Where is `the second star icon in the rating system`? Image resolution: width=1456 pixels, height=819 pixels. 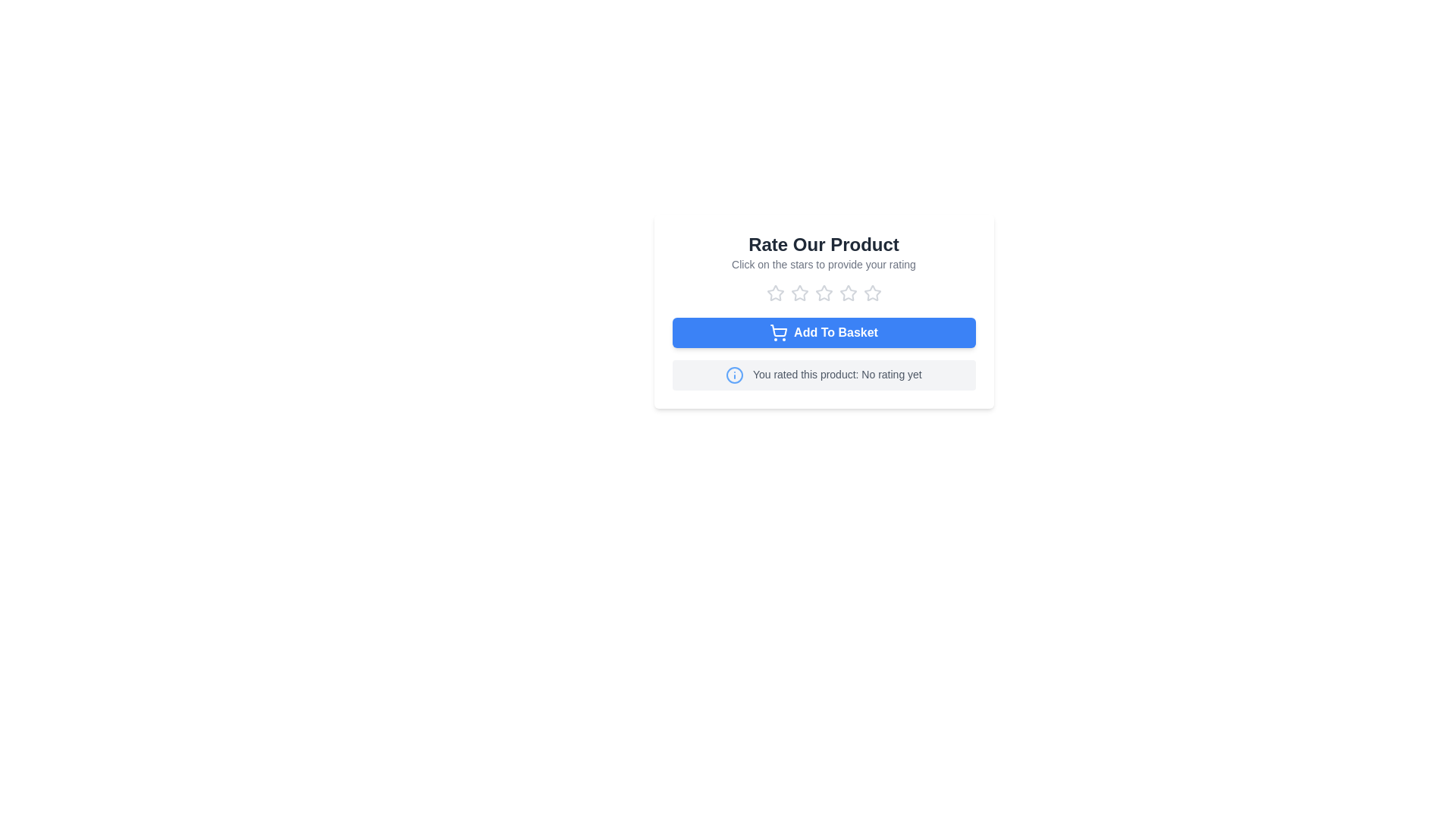 the second star icon in the rating system is located at coordinates (823, 293).